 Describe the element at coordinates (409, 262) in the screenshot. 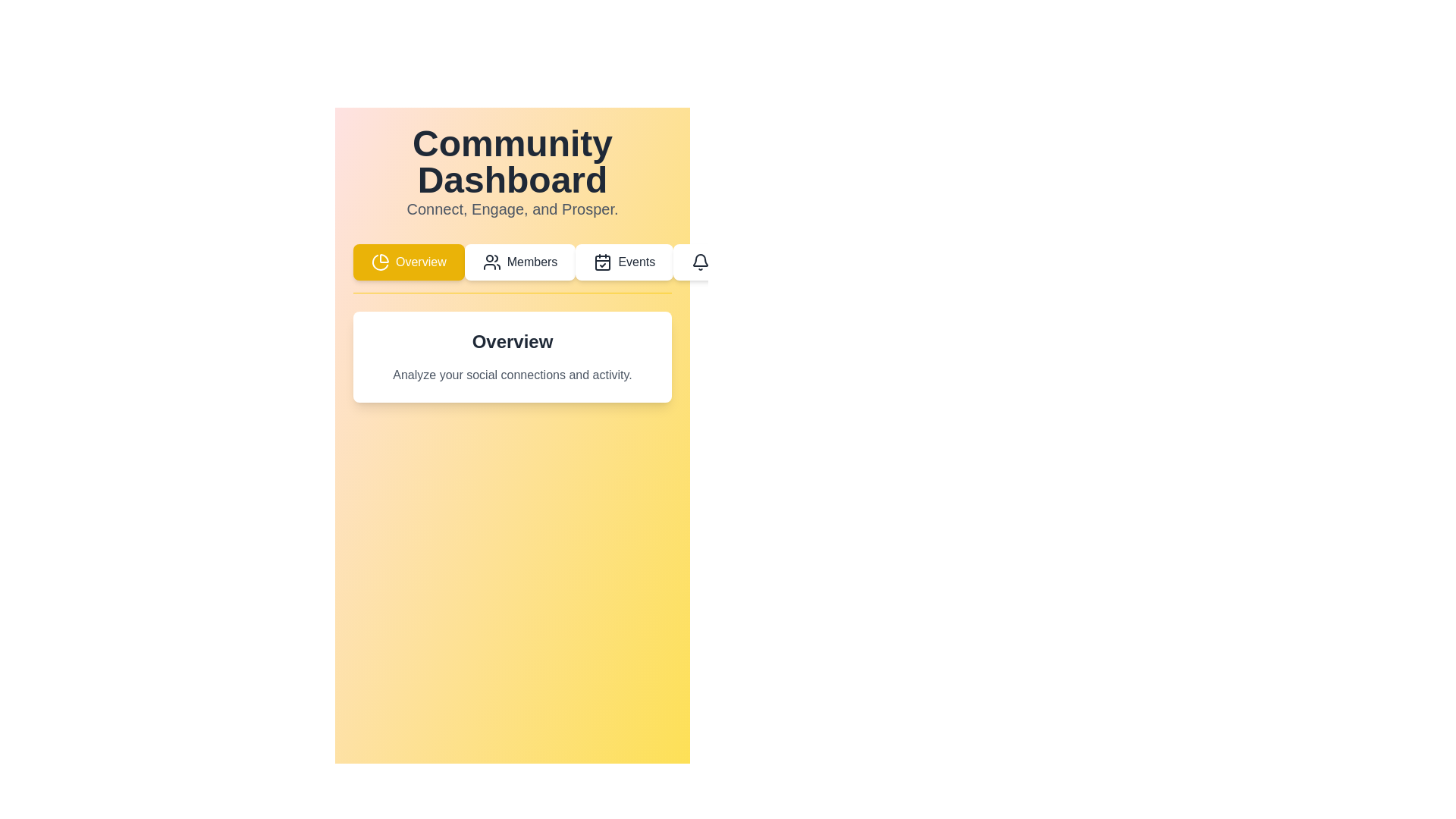

I see `the Overview tab in the navigation menu` at that location.